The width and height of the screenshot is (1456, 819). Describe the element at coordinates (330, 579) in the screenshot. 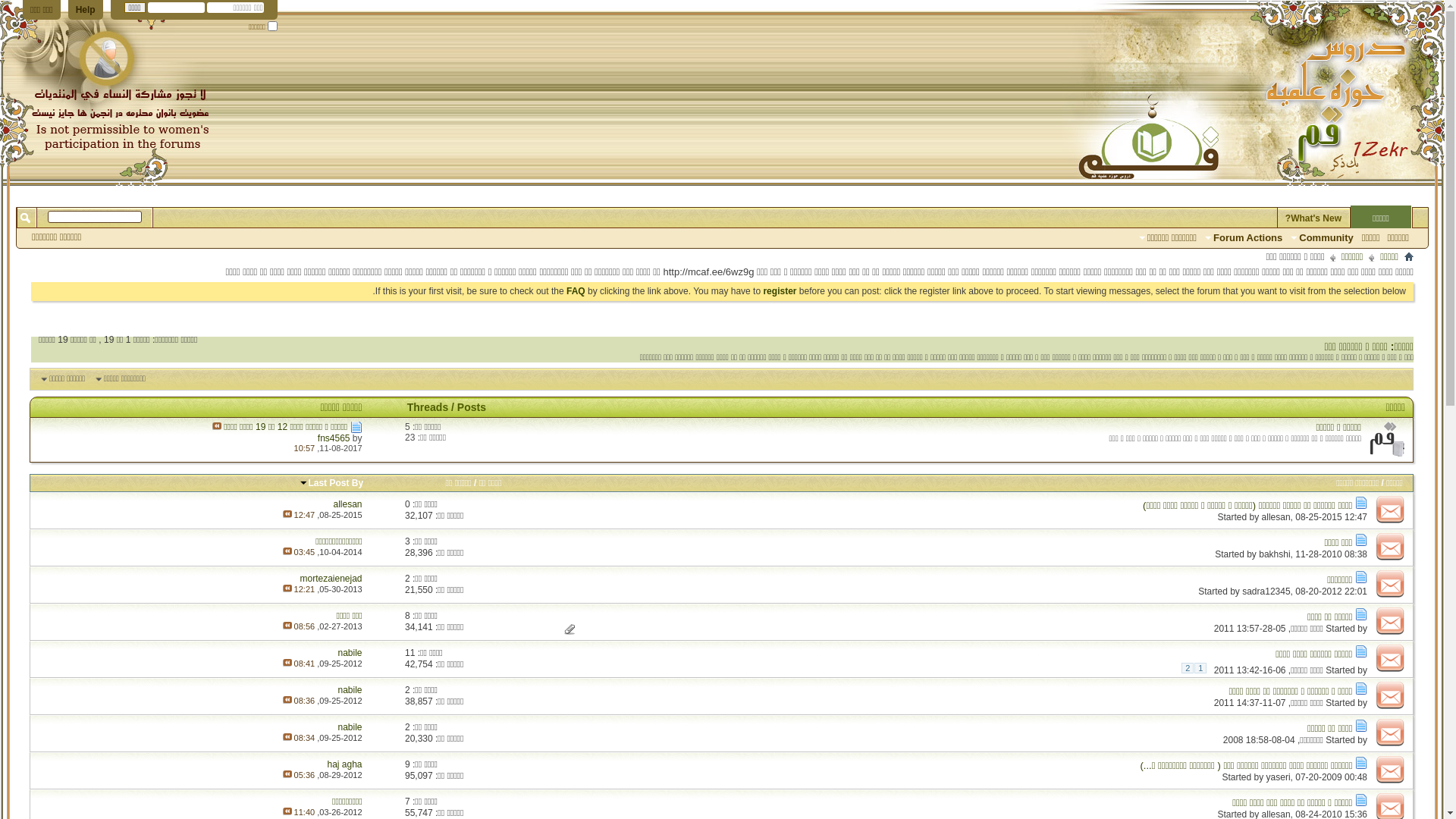

I see `'mortezaienejad'` at that location.